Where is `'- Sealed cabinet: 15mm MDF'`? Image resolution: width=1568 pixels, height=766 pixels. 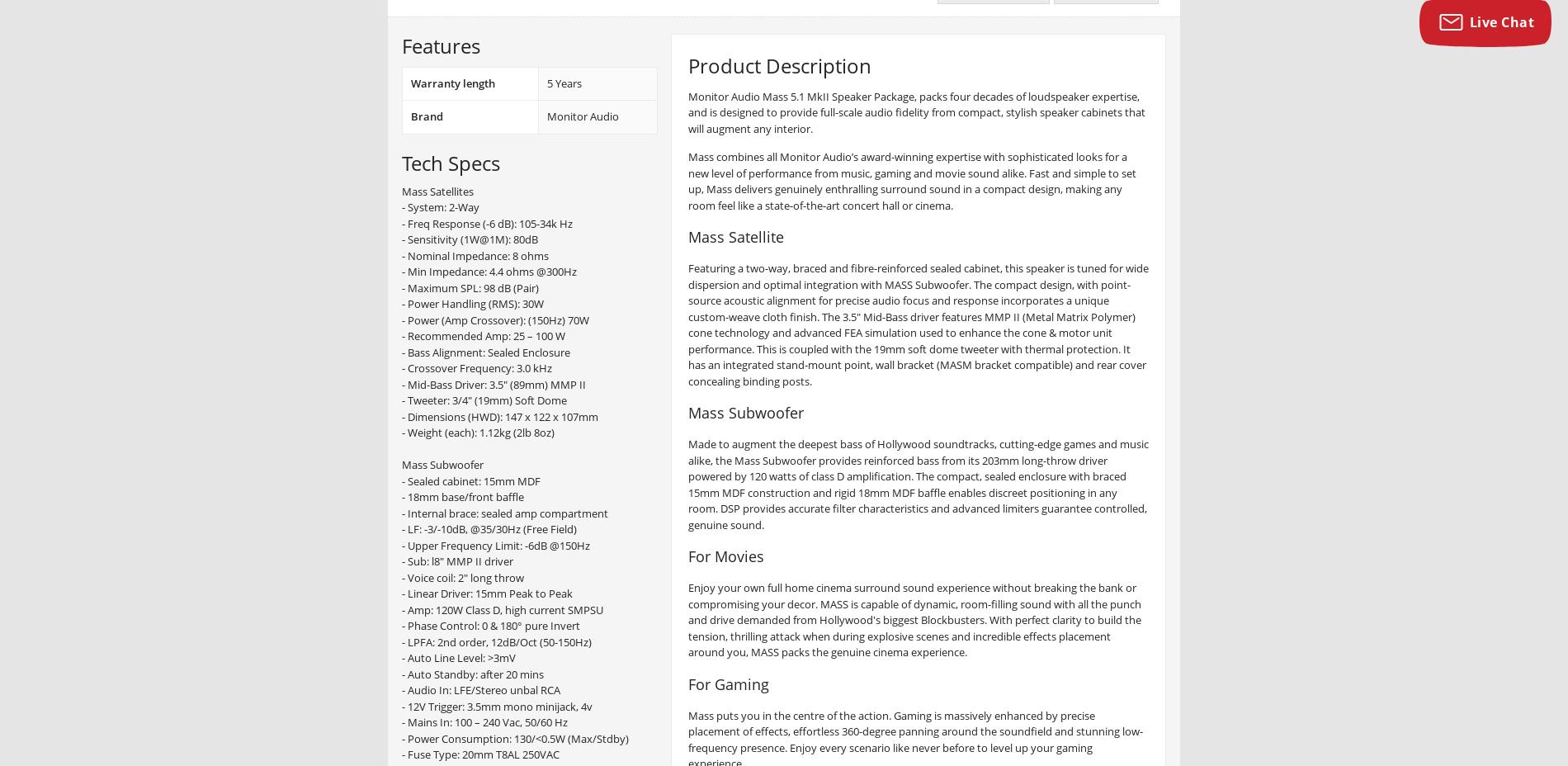
'- Sealed cabinet: 15mm MDF' is located at coordinates (401, 480).